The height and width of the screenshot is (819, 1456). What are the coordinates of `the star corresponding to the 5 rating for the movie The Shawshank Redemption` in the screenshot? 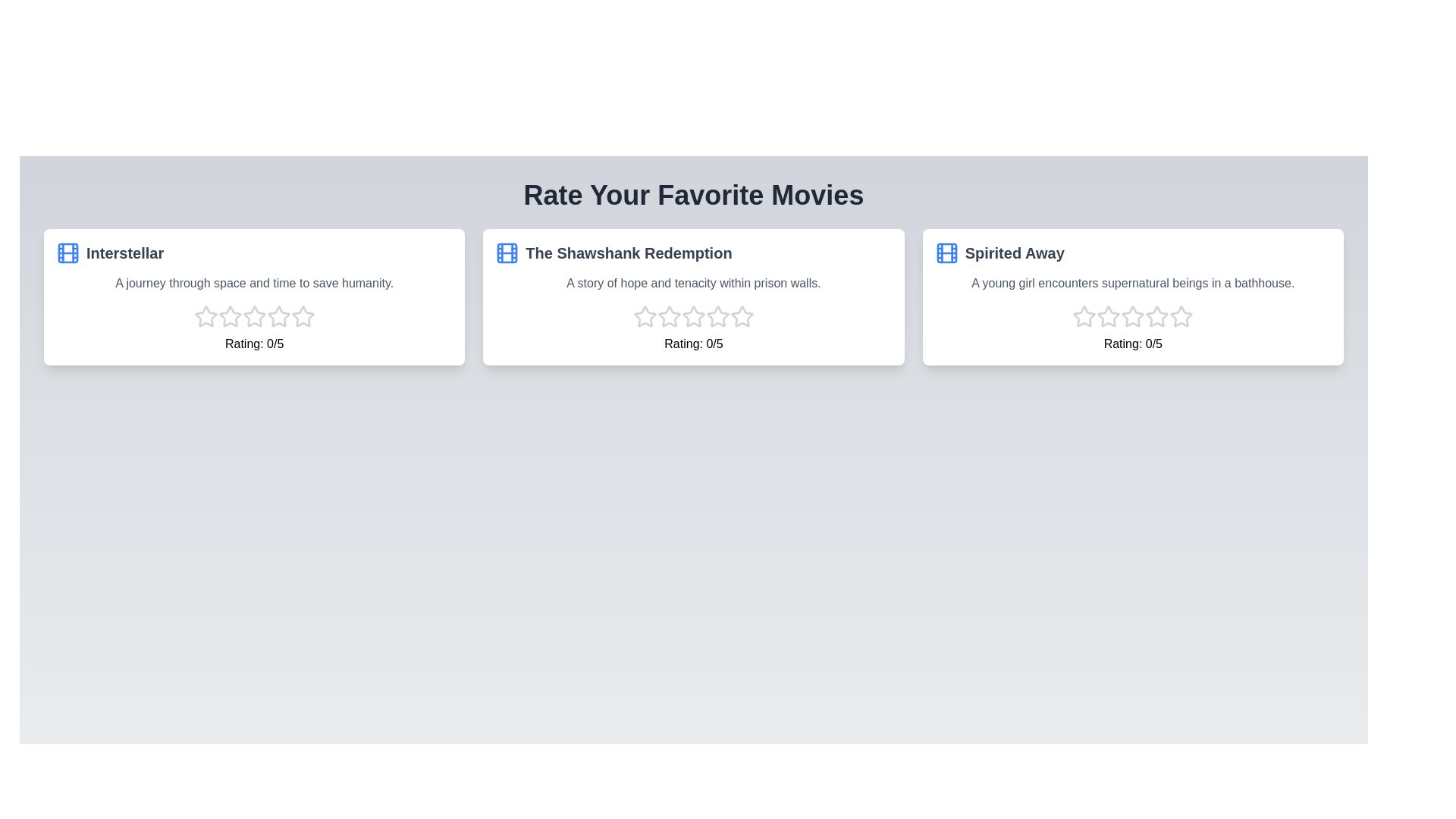 It's located at (742, 315).